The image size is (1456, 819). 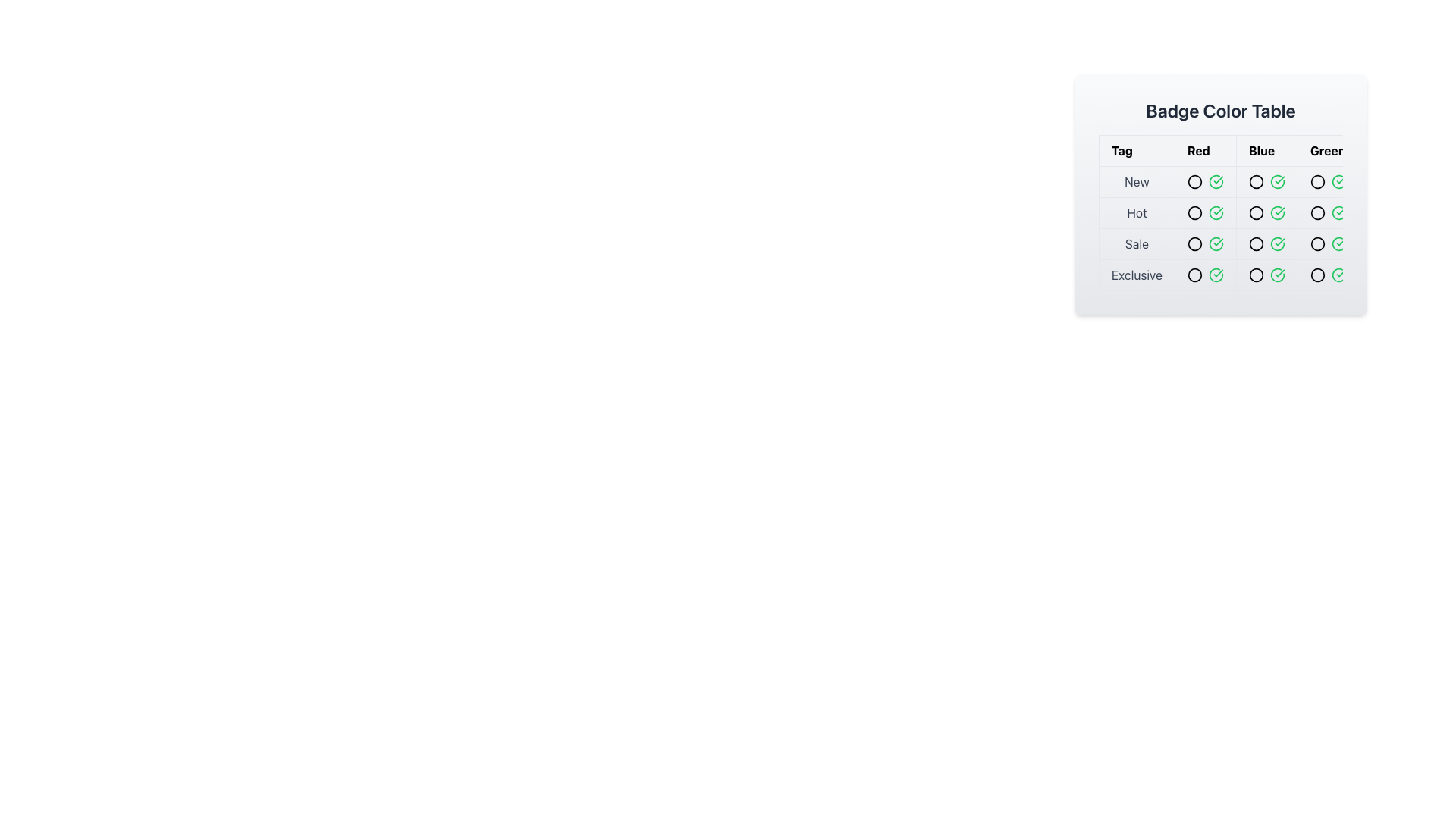 What do you see at coordinates (1266, 213) in the screenshot?
I see `the circular blue outlined icon with a green checkmark in the 'Hot' row and 'Blue' column for more details` at bounding box center [1266, 213].